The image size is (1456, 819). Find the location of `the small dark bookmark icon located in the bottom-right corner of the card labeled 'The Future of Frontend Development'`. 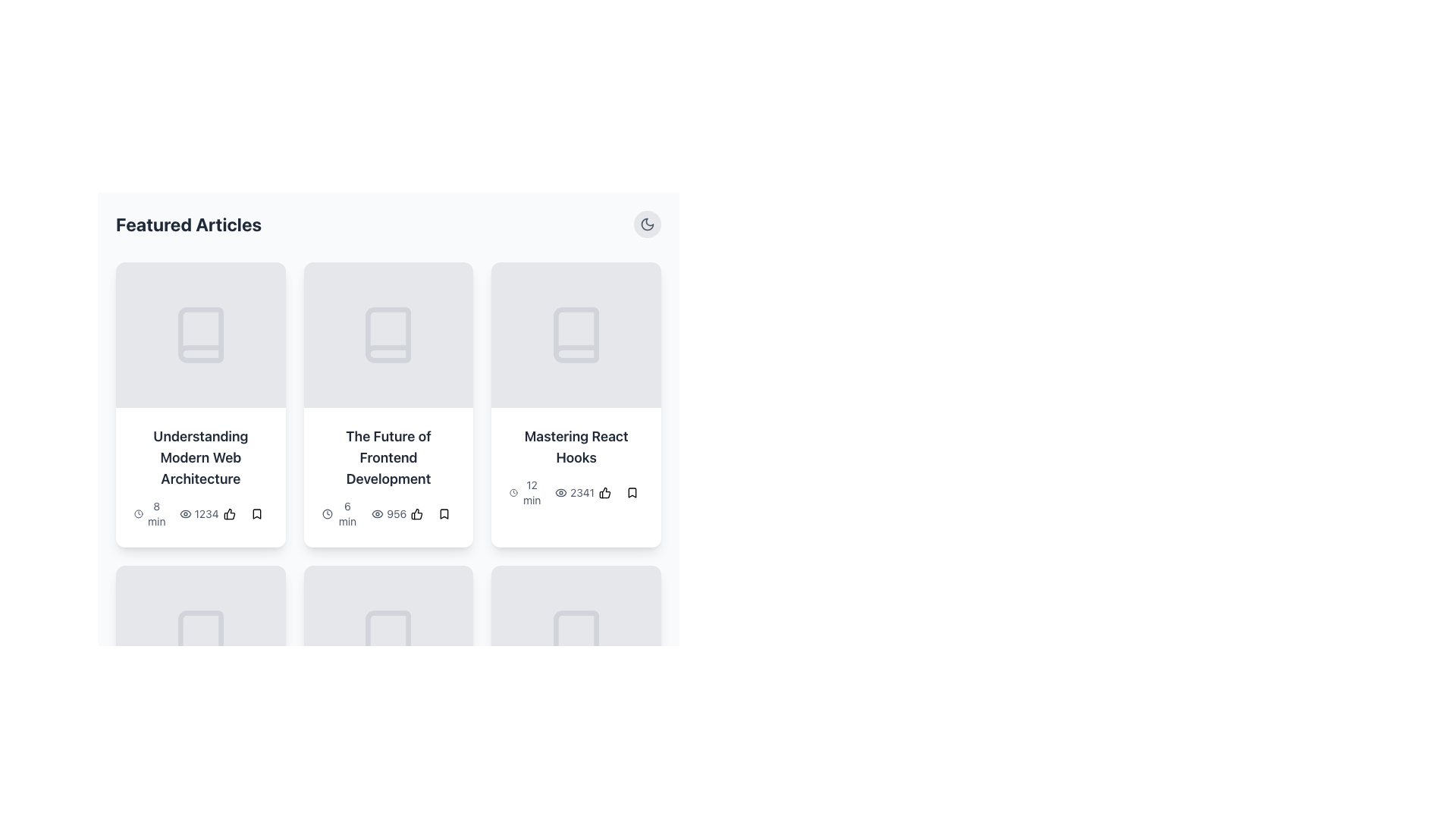

the small dark bookmark icon located in the bottom-right corner of the card labeled 'The Future of Frontend Development' is located at coordinates (444, 513).